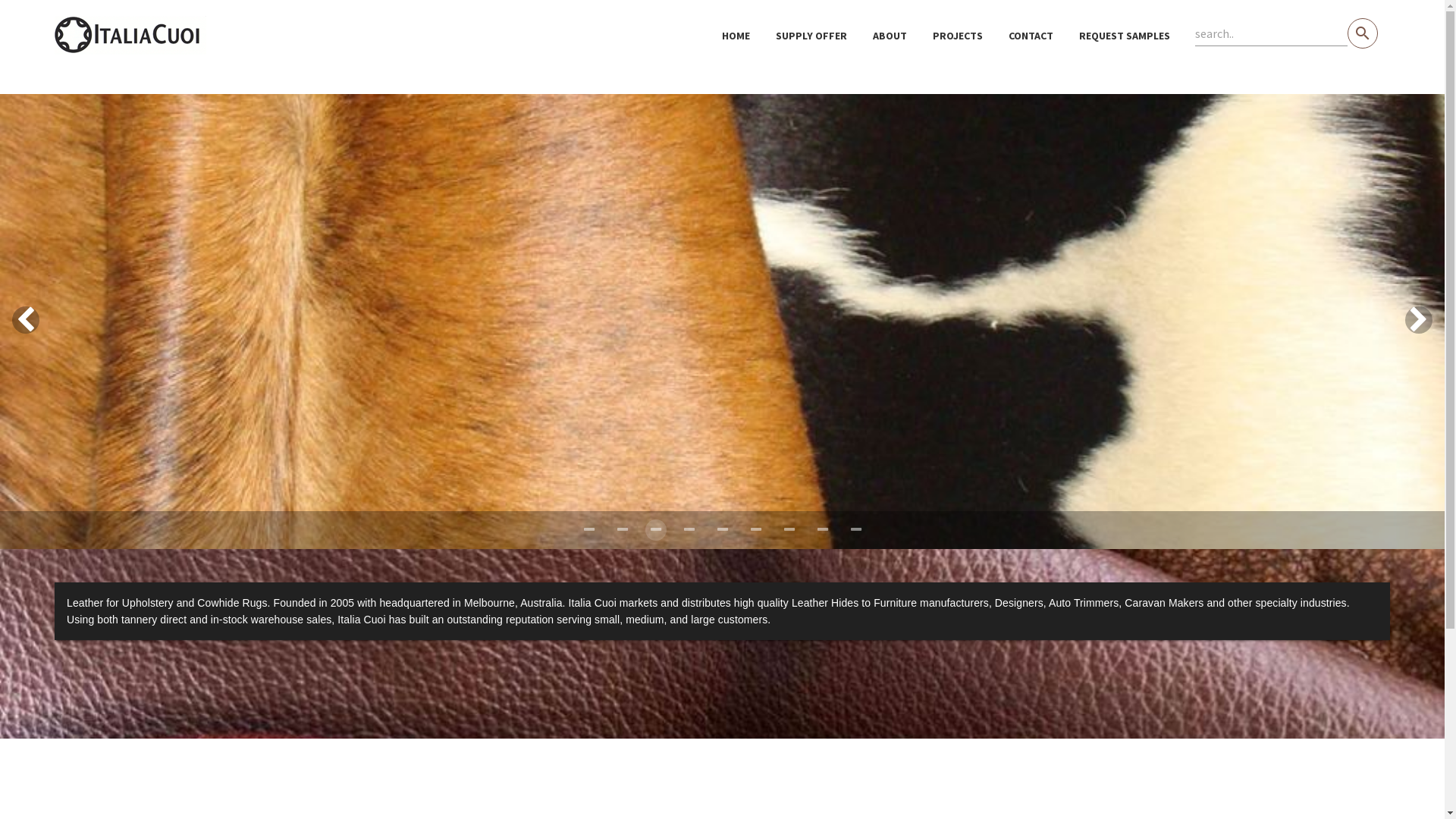 The image size is (1456, 819). I want to click on '0', so click(588, 529).